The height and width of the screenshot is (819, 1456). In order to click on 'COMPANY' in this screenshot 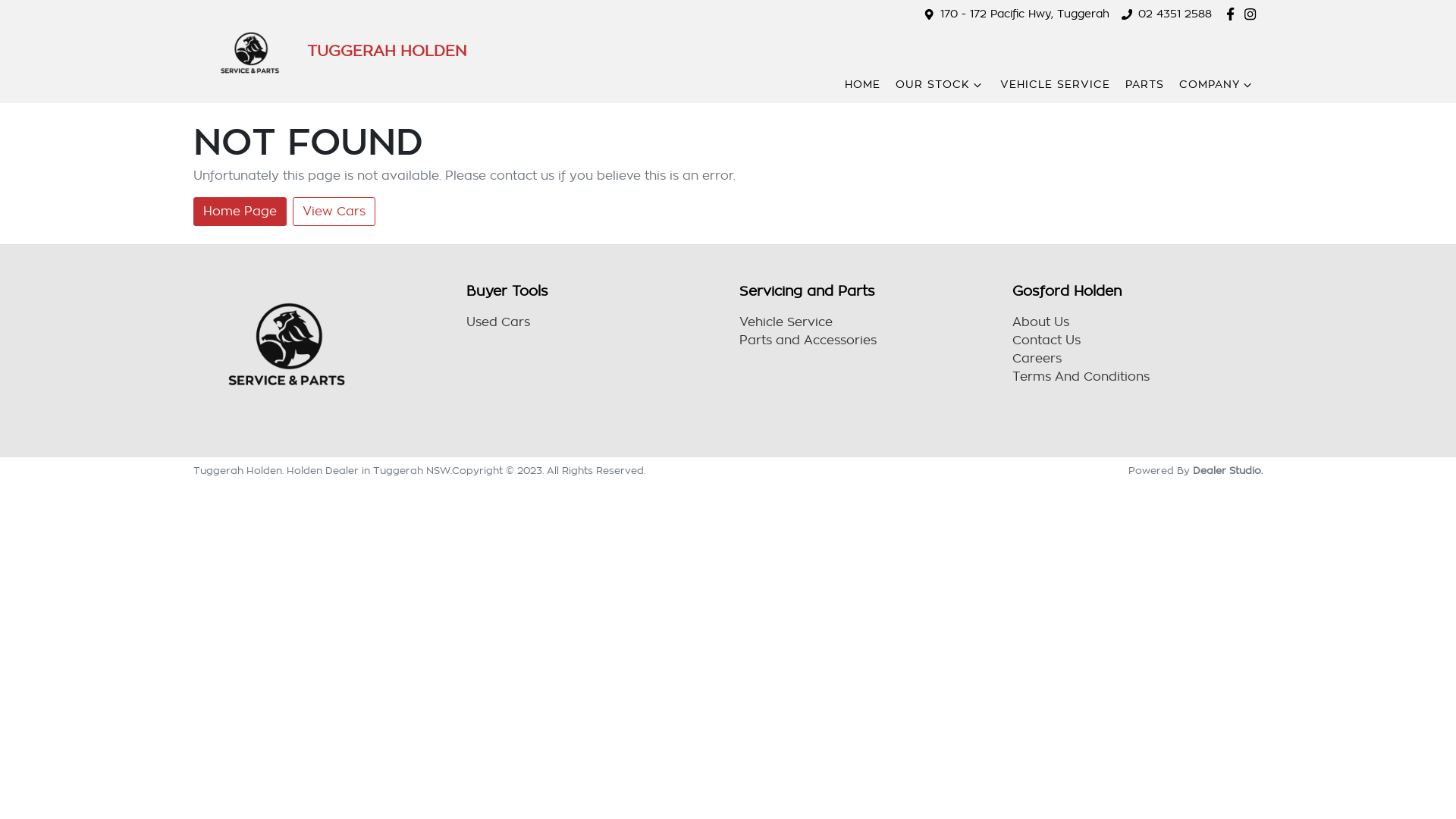, I will do `click(1216, 84)`.